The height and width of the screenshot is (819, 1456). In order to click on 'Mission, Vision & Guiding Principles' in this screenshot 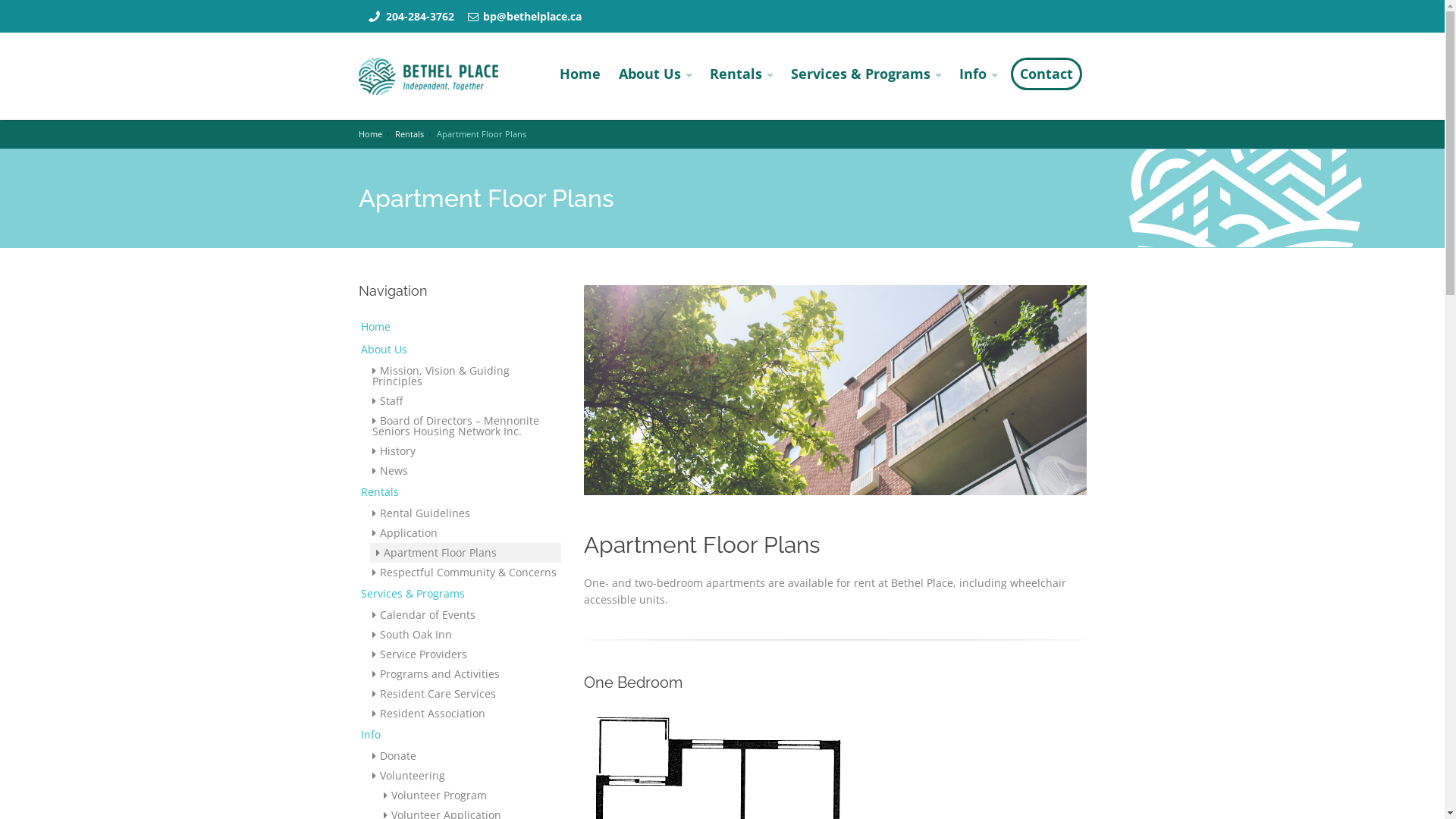, I will do `click(465, 375)`.